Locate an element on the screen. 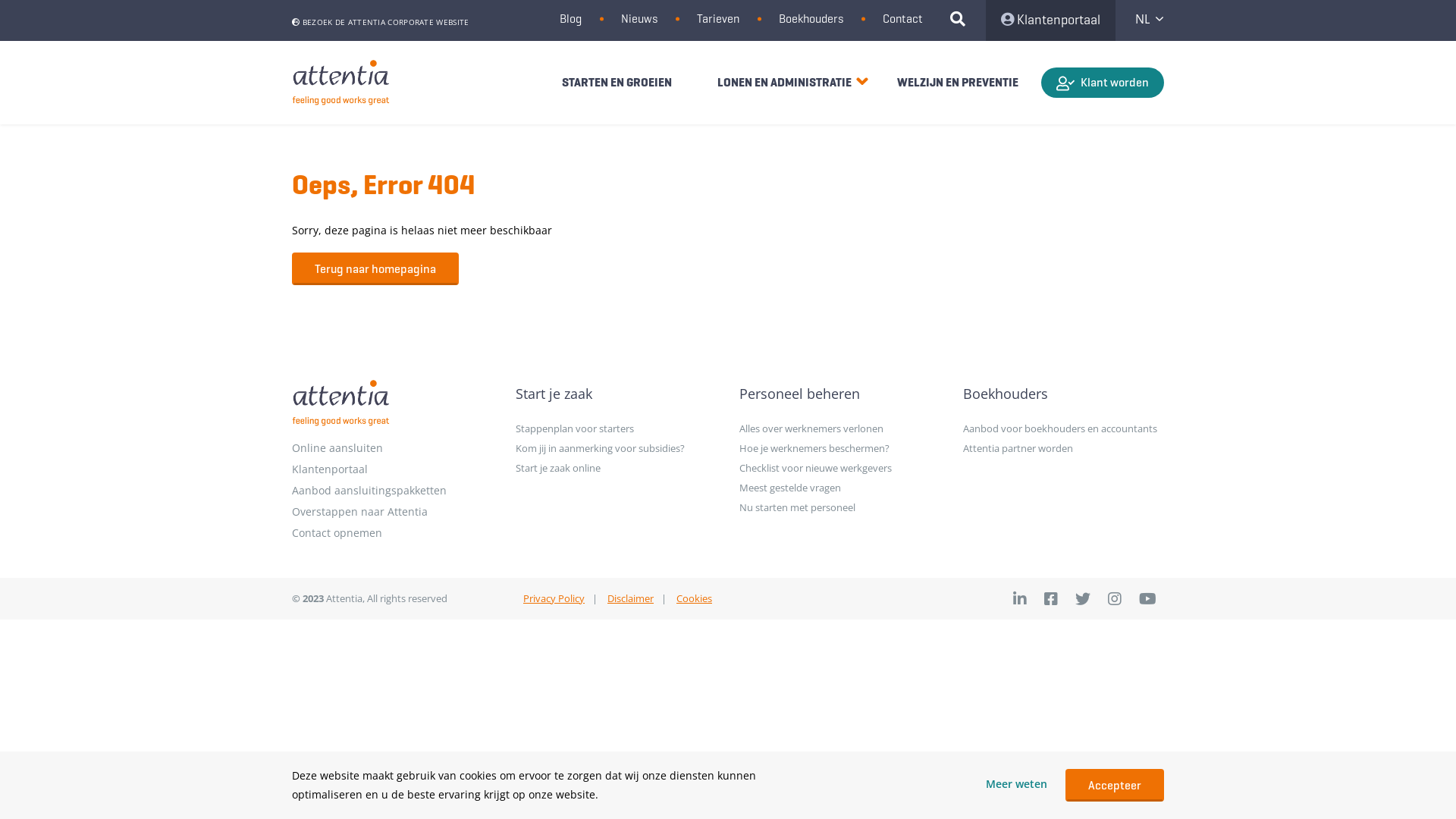  'Blog' is located at coordinates (570, 18).